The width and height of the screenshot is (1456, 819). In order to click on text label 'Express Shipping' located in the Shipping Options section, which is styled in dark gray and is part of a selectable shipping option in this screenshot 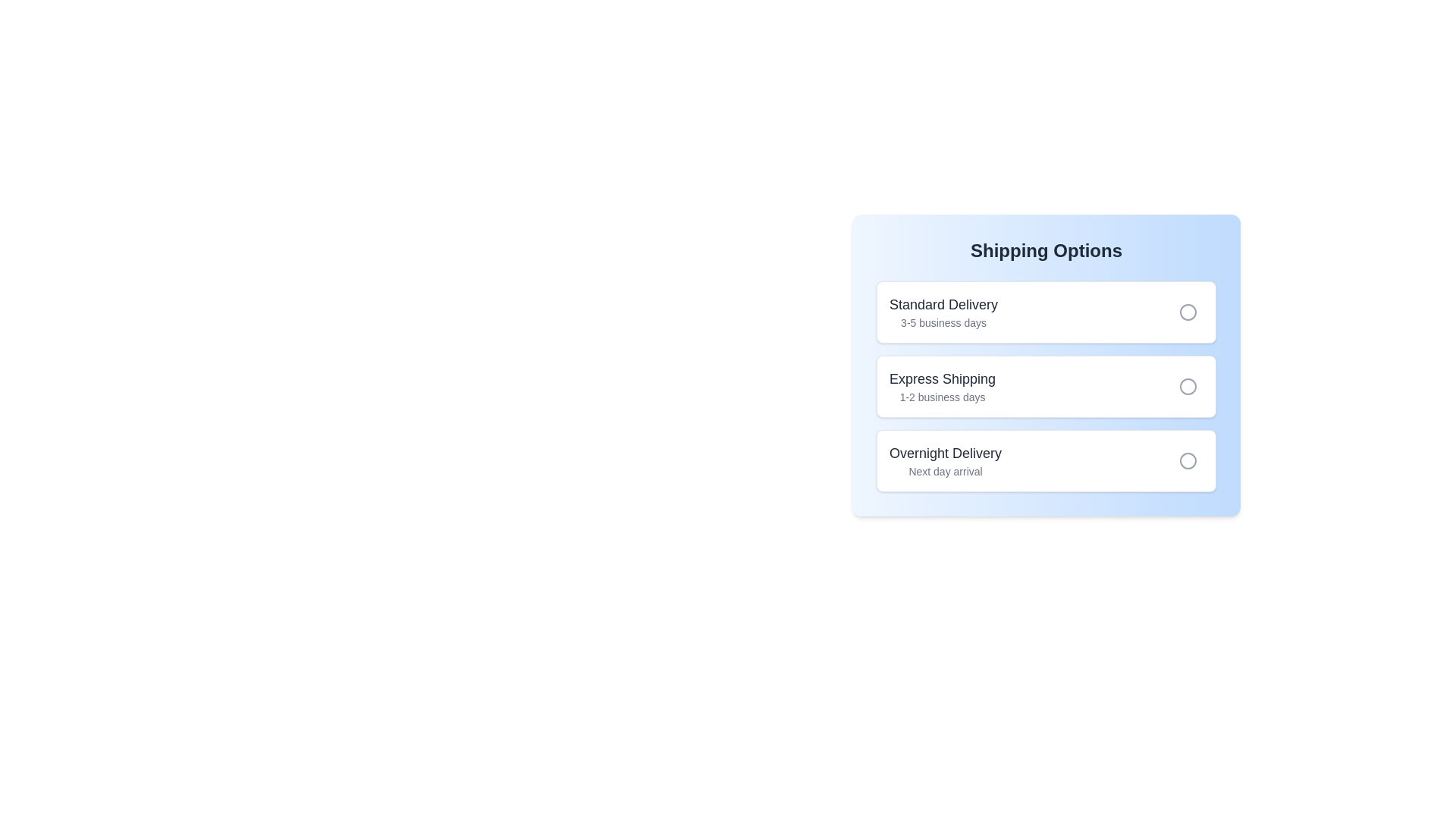, I will do `click(942, 378)`.